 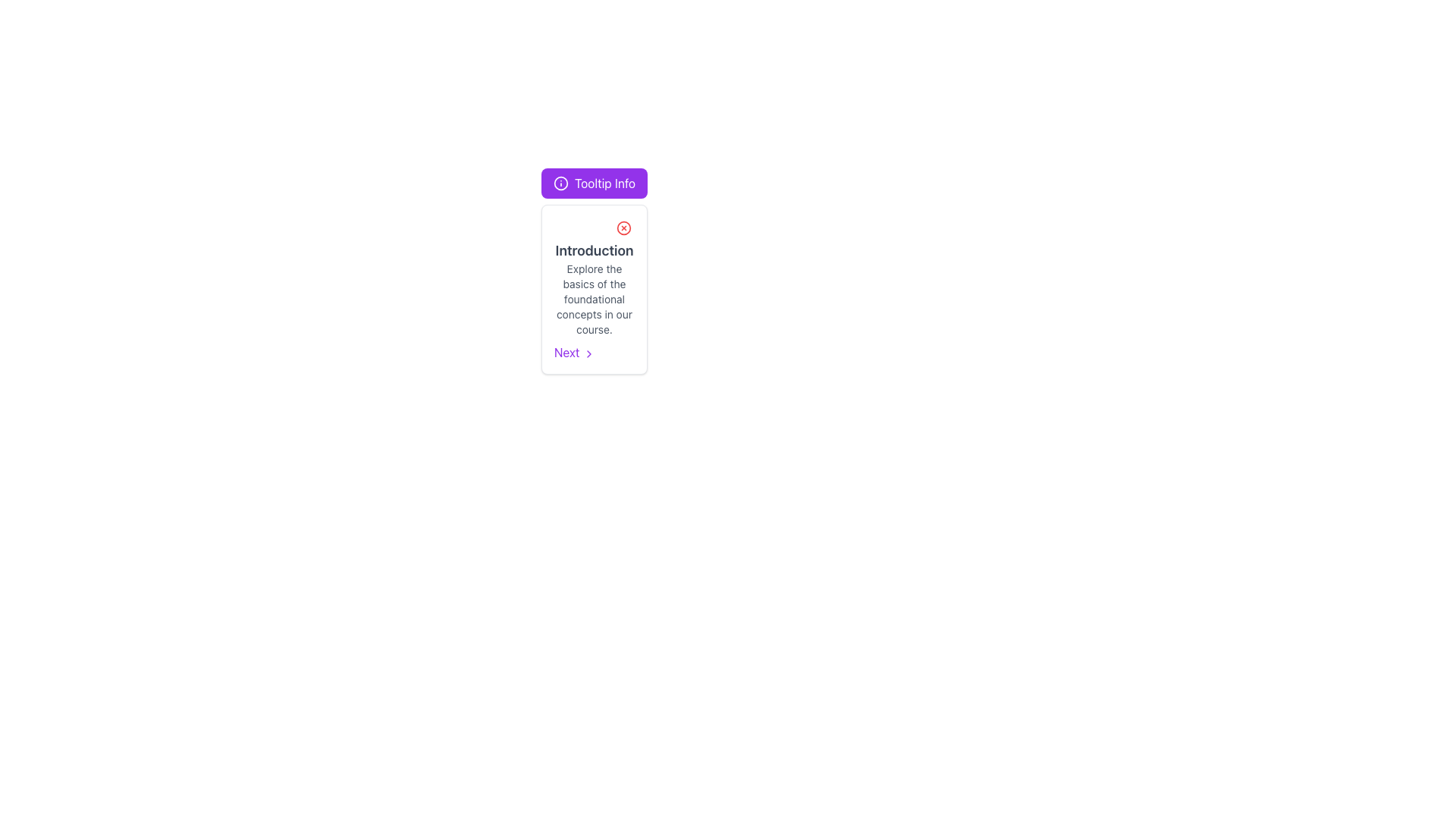 What do you see at coordinates (593, 183) in the screenshot?
I see `the 'Tooltip Info' button, which is a horizontally elongated, rounded rectangle with a purple background and an info symbol` at bounding box center [593, 183].